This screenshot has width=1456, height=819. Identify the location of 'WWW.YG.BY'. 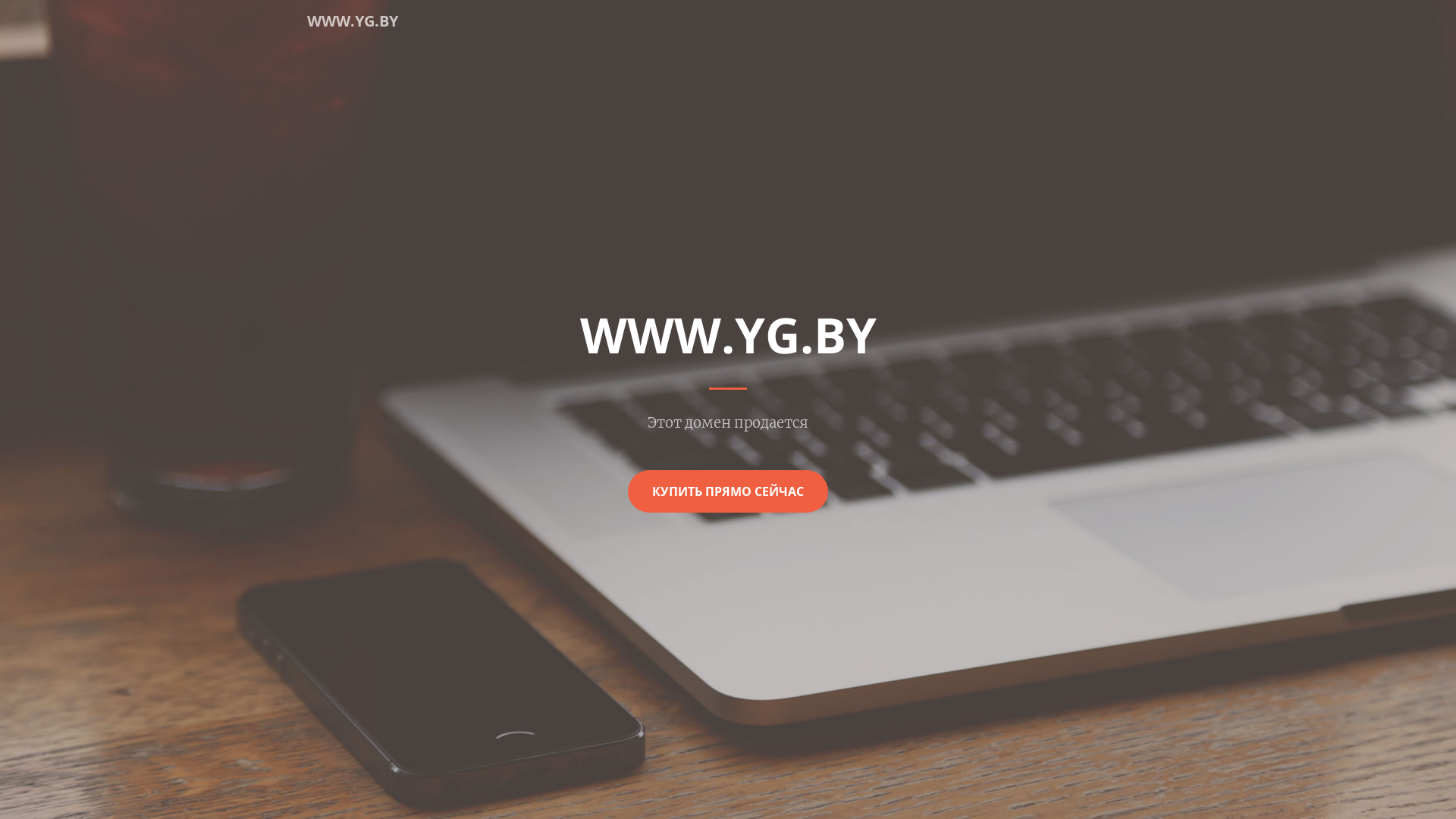
(352, 20).